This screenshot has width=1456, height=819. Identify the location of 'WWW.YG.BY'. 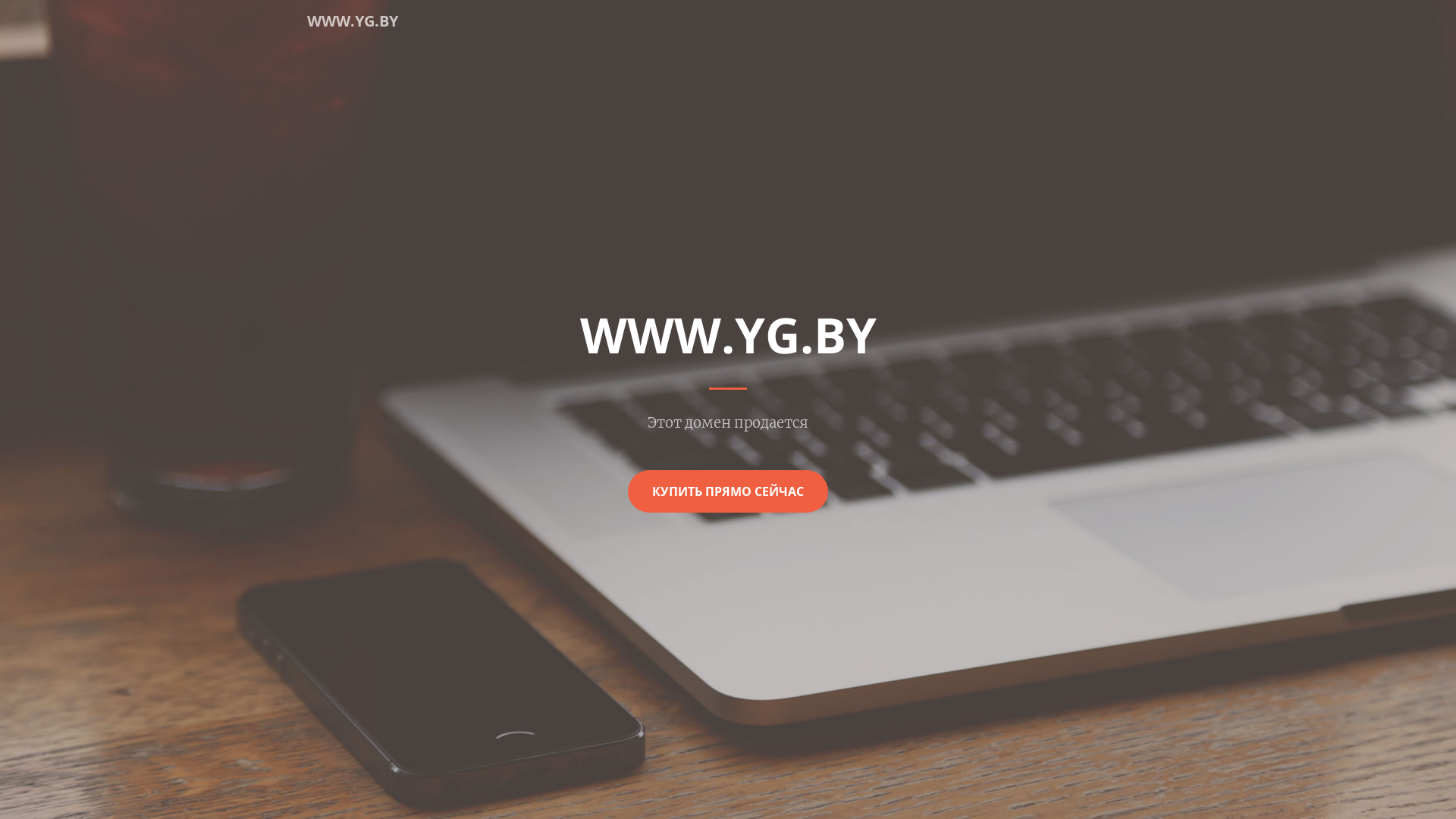
(352, 20).